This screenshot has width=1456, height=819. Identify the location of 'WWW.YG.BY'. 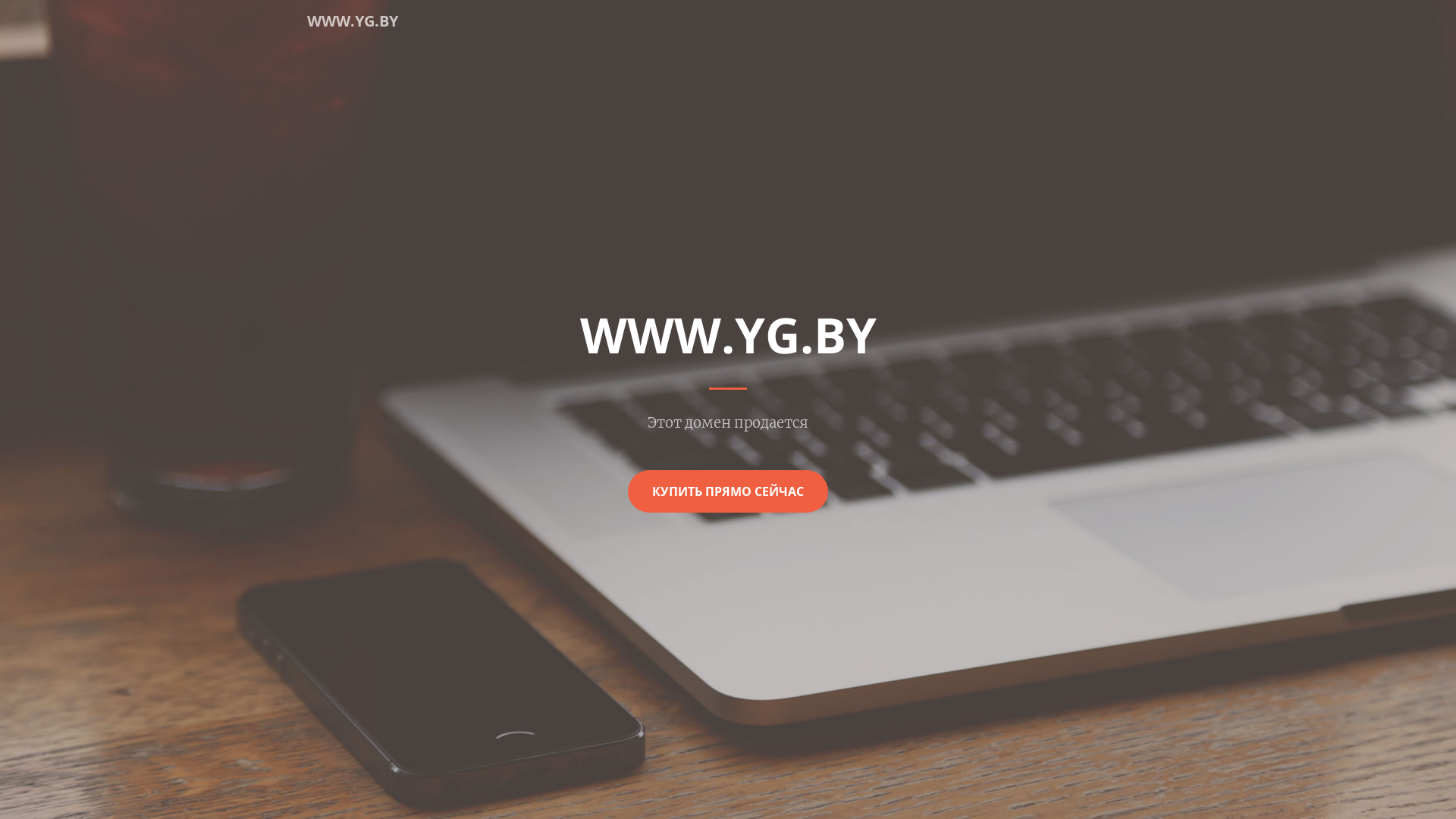
(352, 20).